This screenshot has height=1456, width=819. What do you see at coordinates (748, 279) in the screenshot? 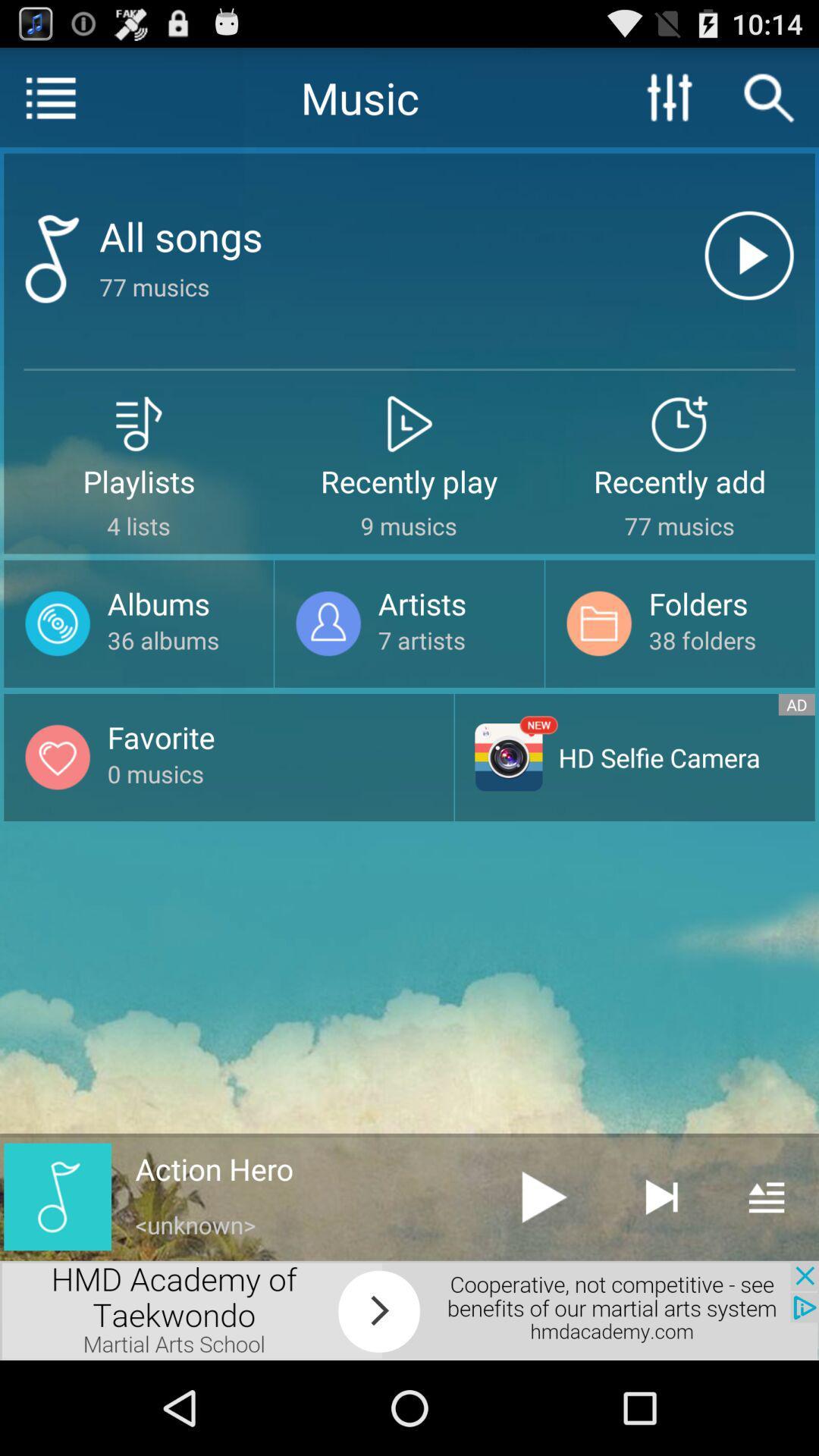
I see `the play icon` at bounding box center [748, 279].